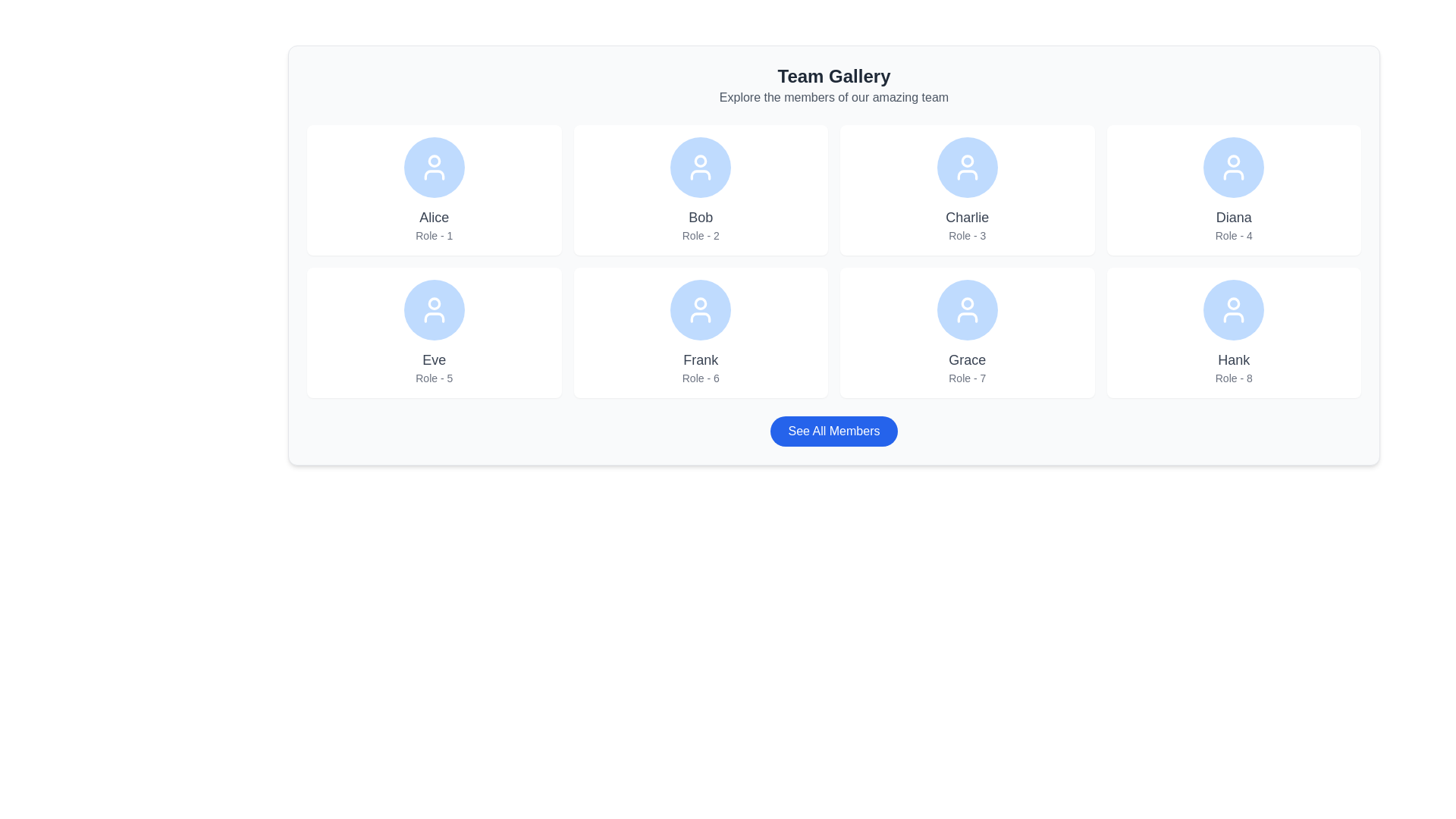  I want to click on the circular shape element within the user profile icon on the sixth card titled 'Frank Role - 6', so click(700, 303).